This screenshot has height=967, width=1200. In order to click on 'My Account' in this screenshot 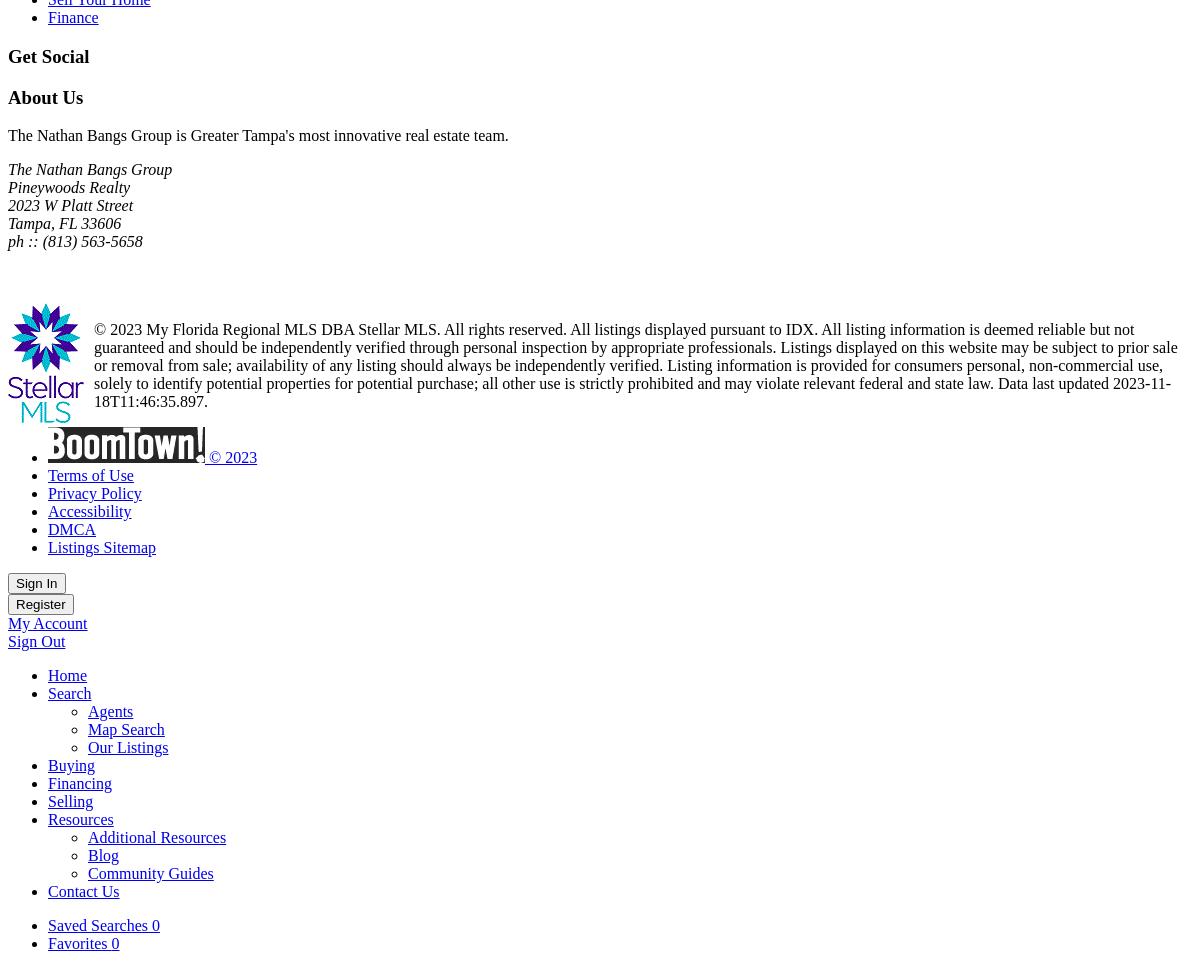, I will do `click(47, 623)`.